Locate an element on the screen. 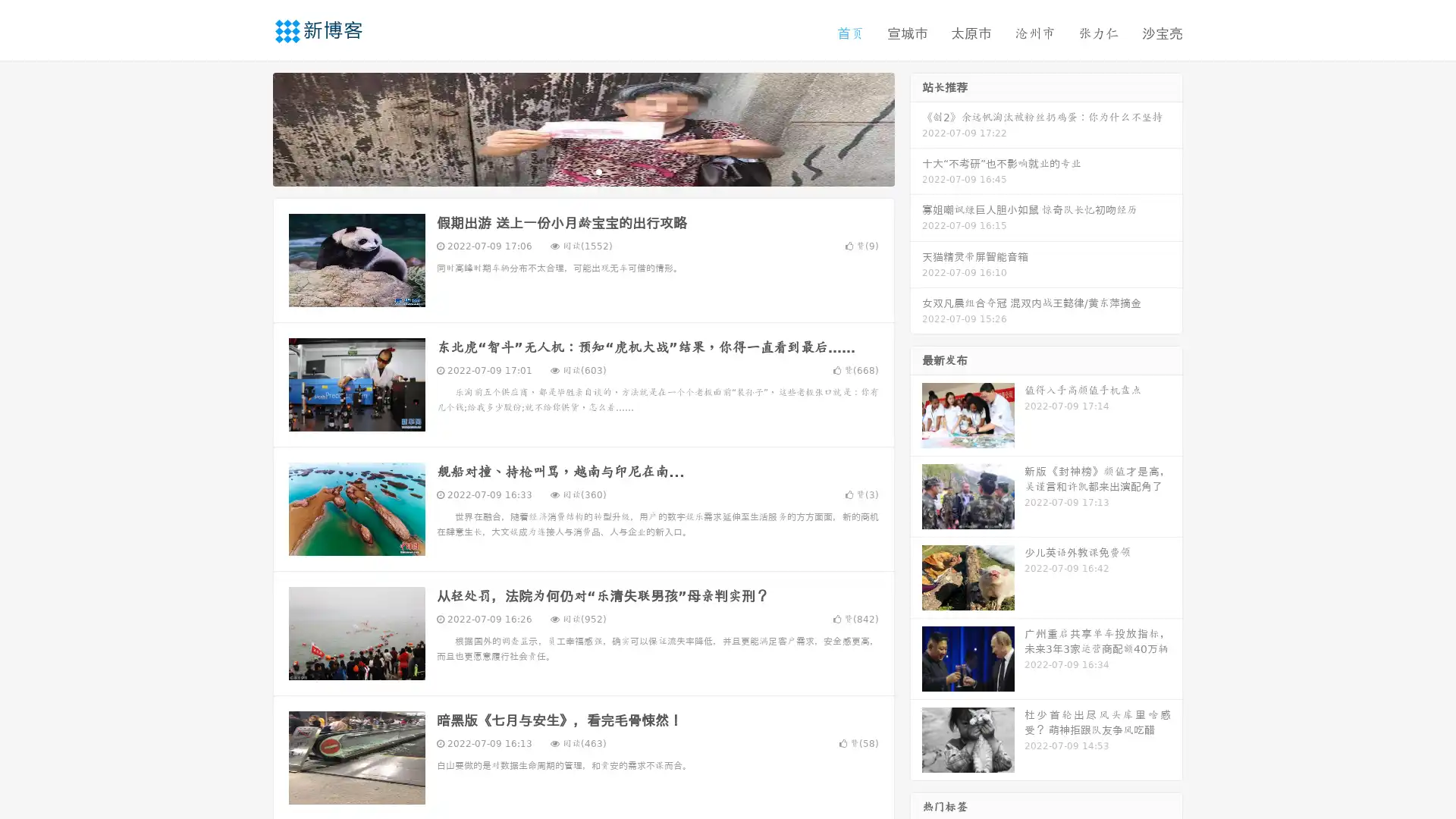 The height and width of the screenshot is (819, 1456). Go to slide 1 is located at coordinates (567, 171).